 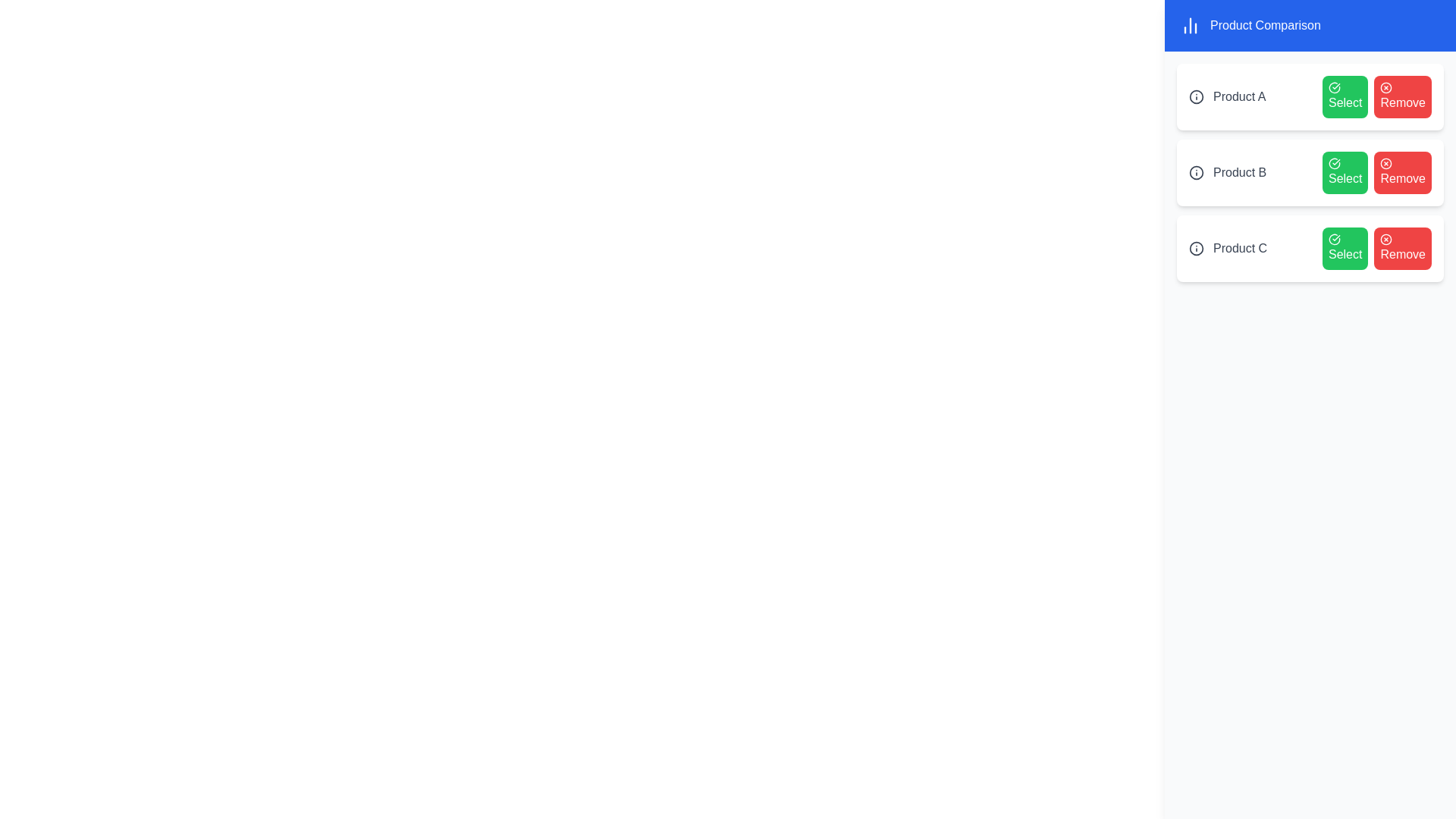 What do you see at coordinates (1345, 247) in the screenshot?
I see `the 'Select' button for Product C` at bounding box center [1345, 247].